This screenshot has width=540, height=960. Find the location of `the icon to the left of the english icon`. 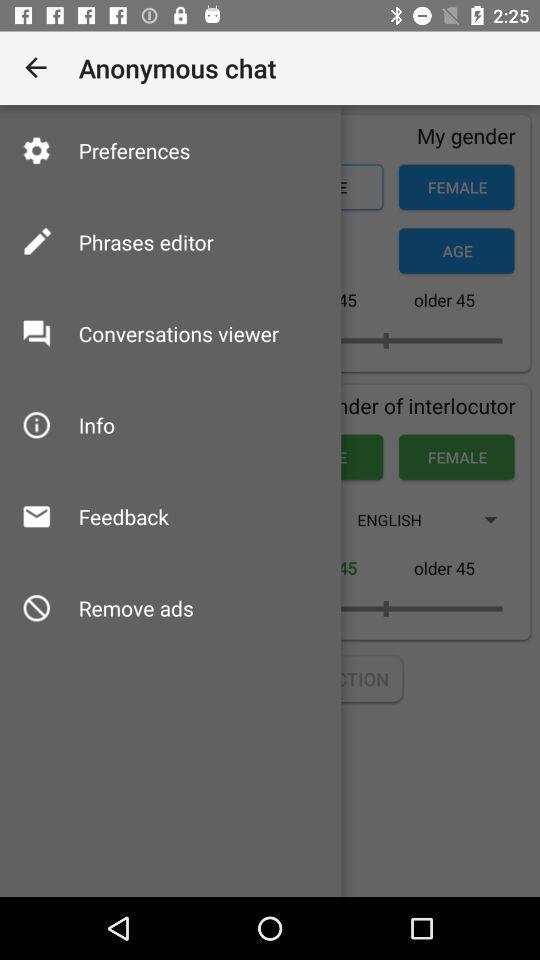

the icon to the left of the english icon is located at coordinates (123, 515).